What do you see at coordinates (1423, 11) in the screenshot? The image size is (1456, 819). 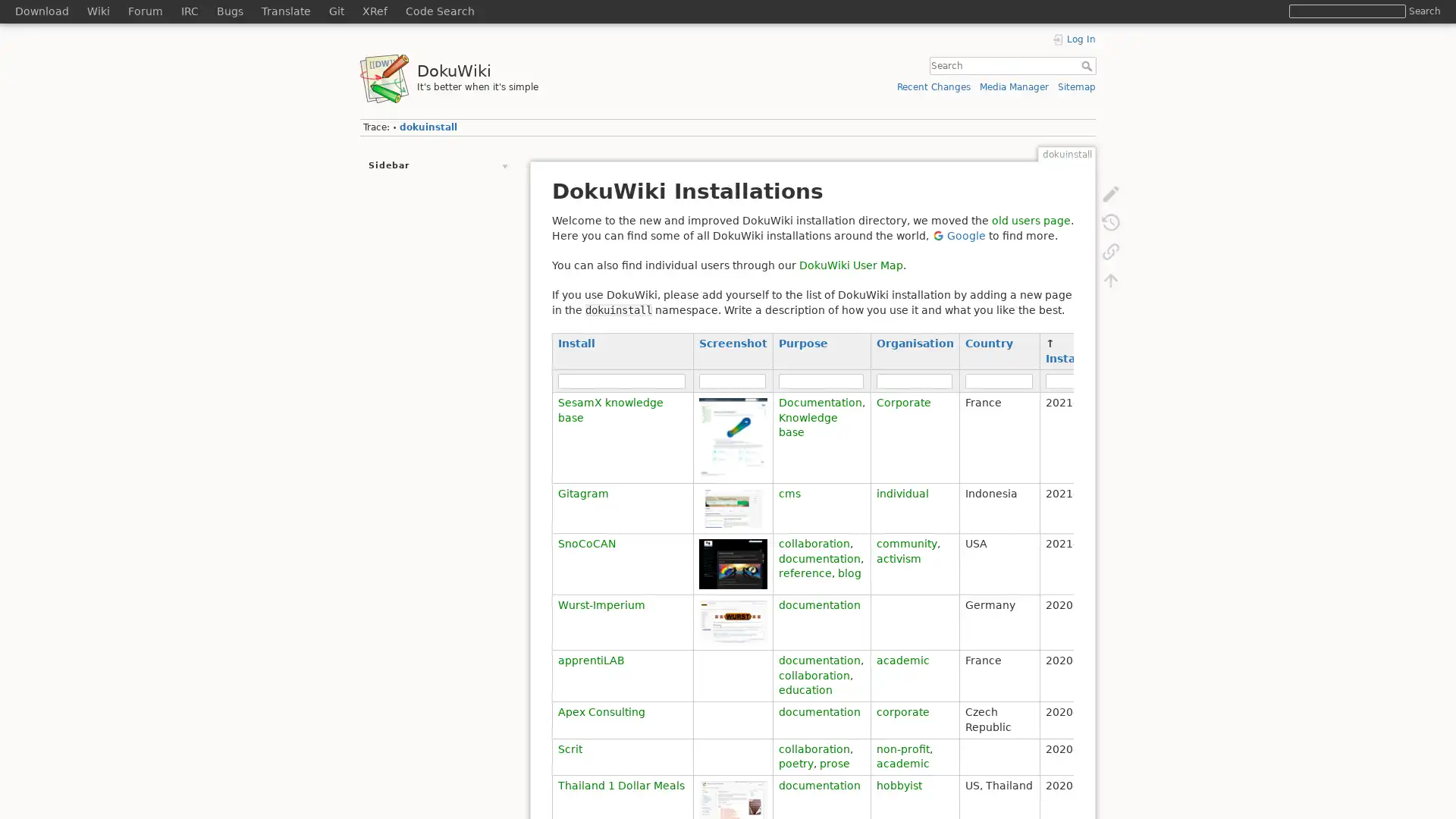 I see `Search` at bounding box center [1423, 11].